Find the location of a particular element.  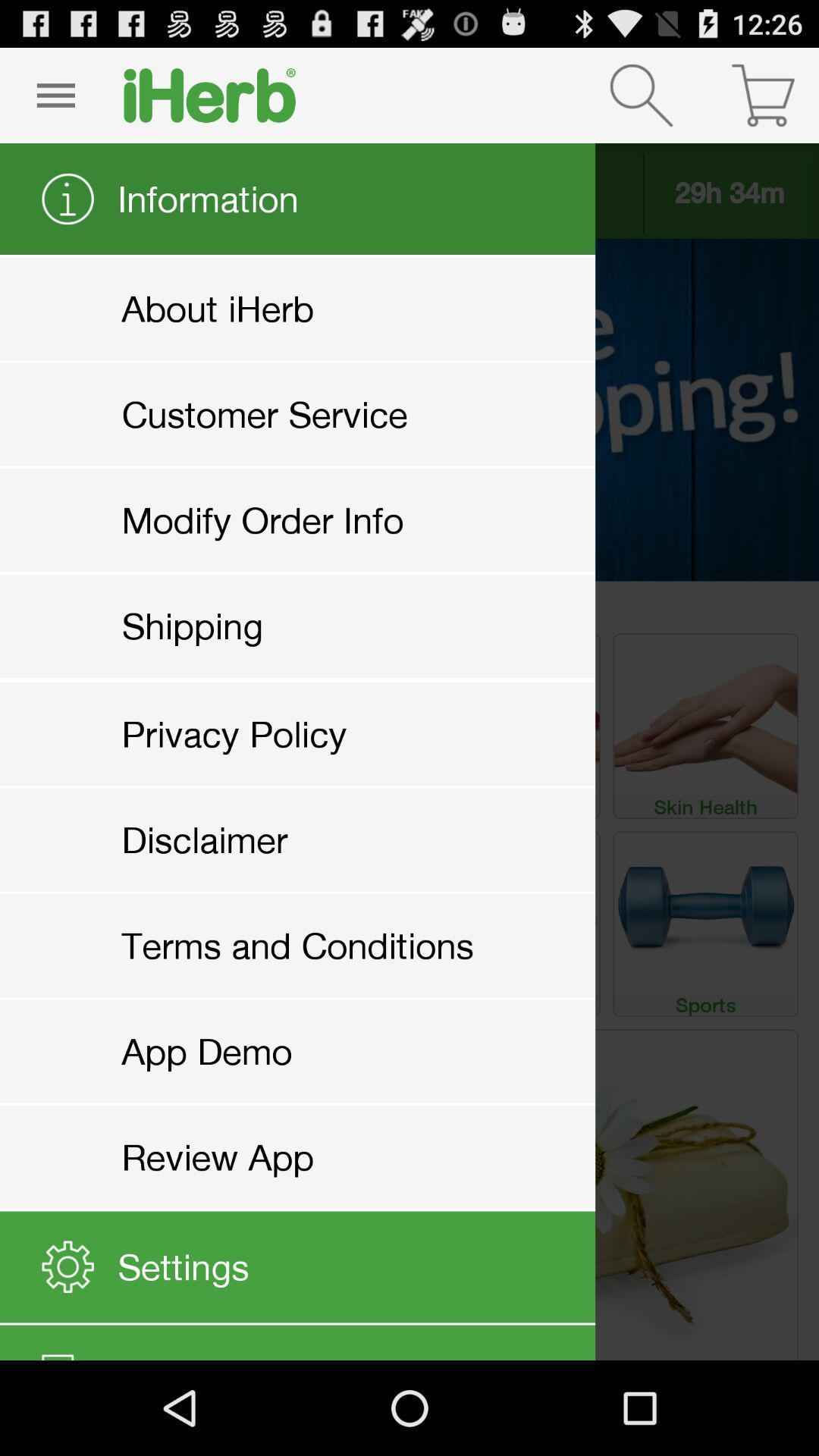

the menu icon is located at coordinates (55, 101).